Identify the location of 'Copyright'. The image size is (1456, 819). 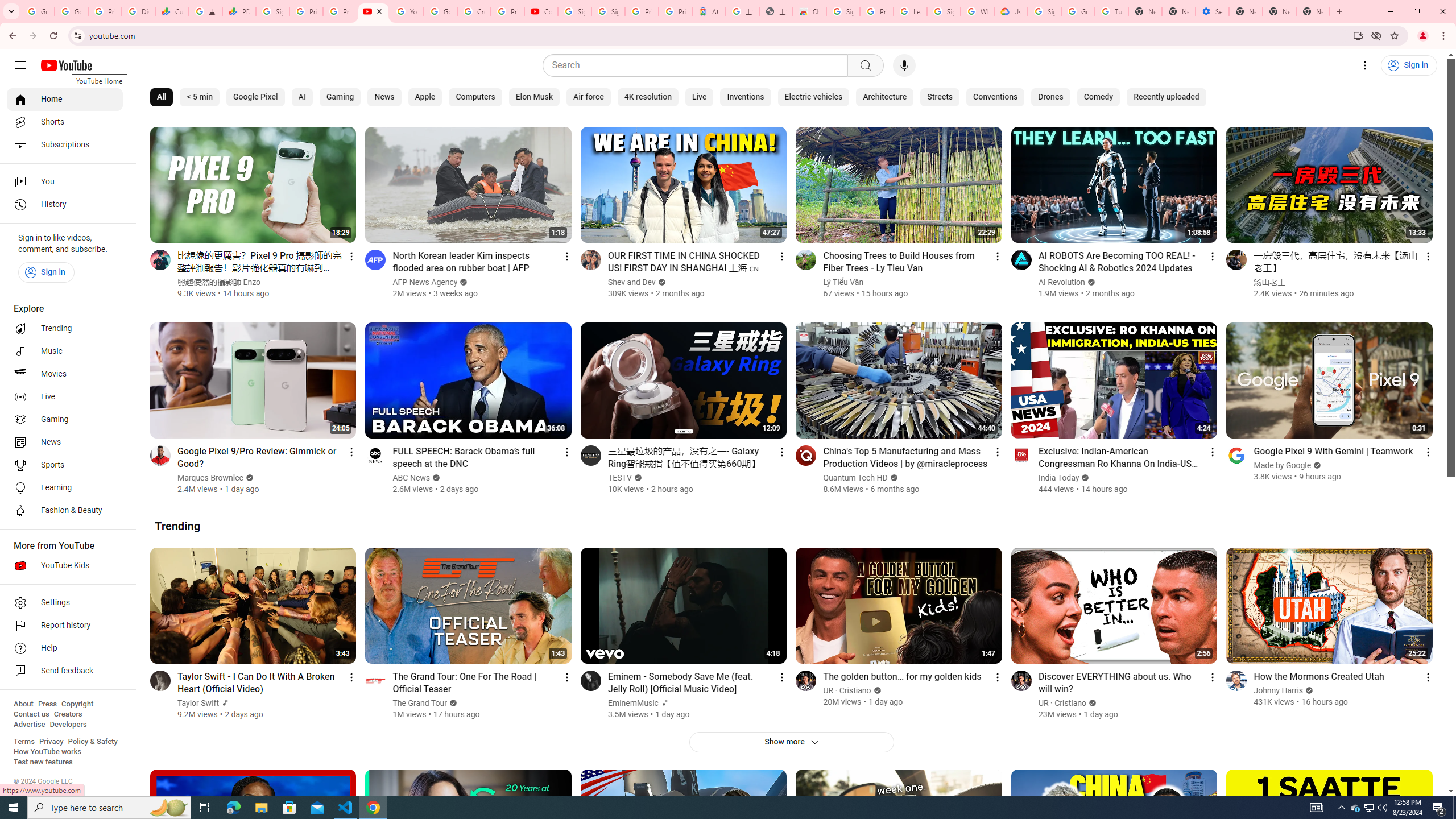
(76, 704).